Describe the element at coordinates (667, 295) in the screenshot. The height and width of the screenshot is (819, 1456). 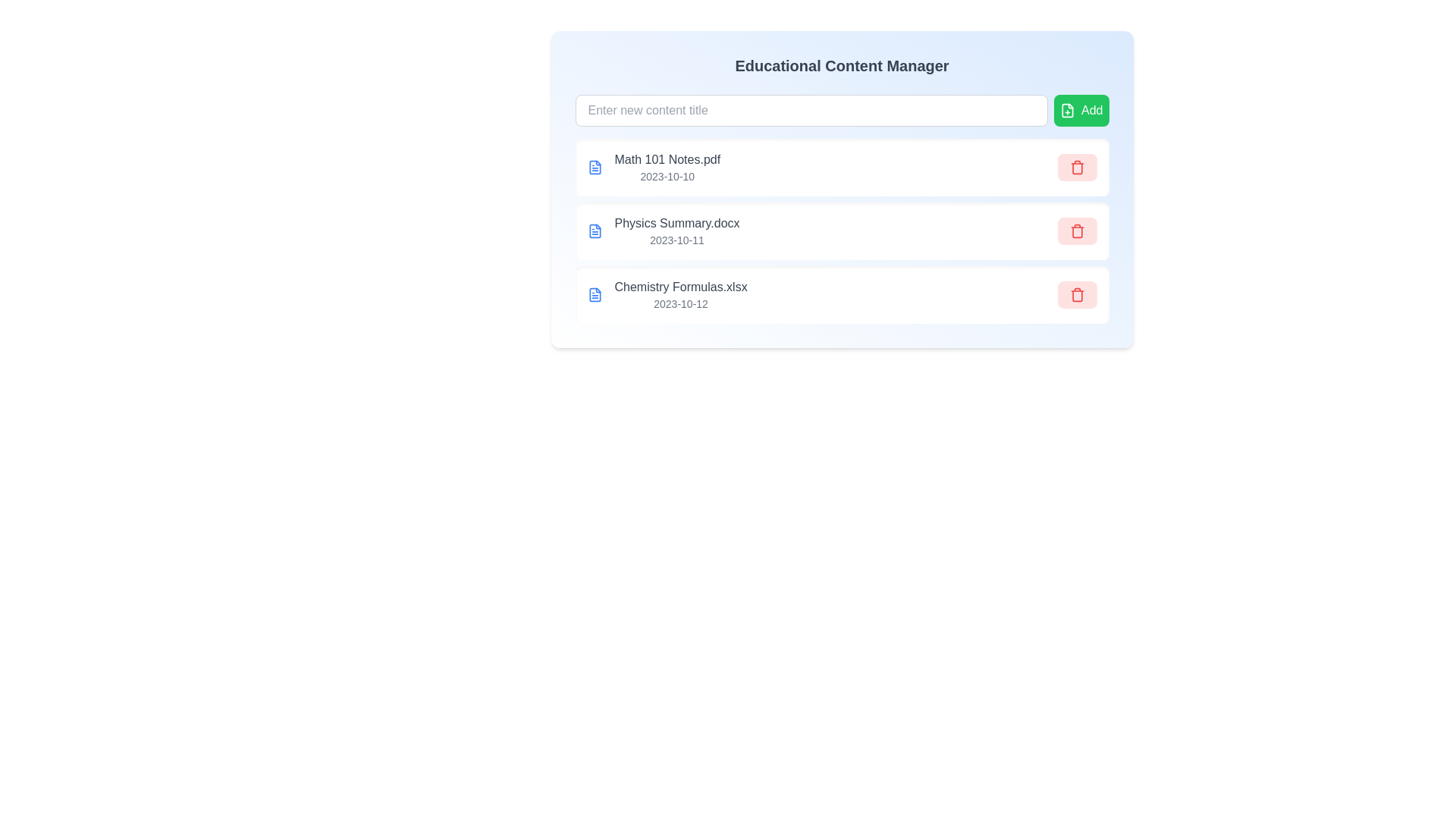
I see `the file list entry displaying 'Chemistry Formulas.xlsx'` at that location.